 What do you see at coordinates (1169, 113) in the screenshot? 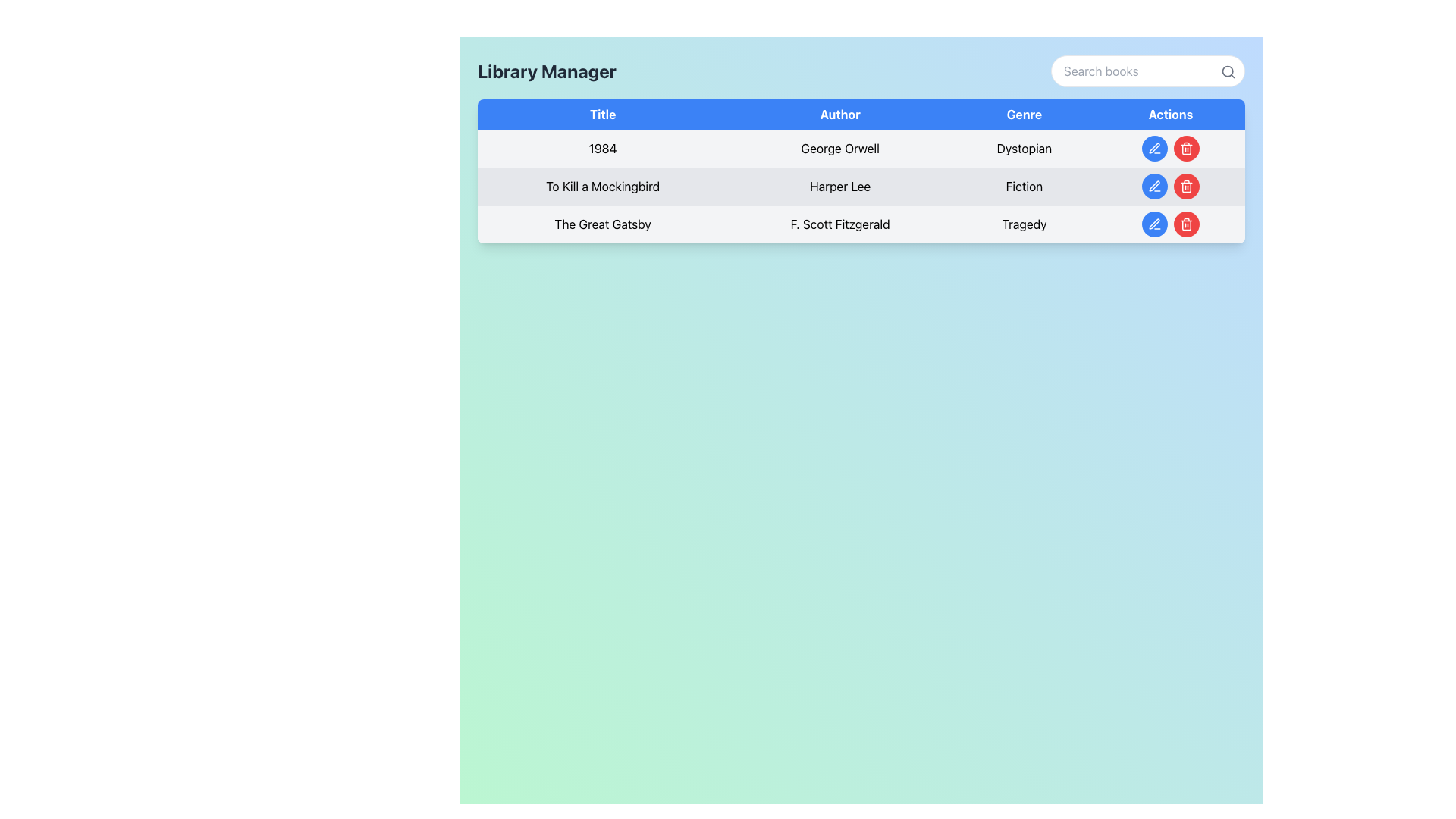
I see `text content of the 'Actions' header cell in the table, which is the fourth header in the row located at the top-right of the table` at bounding box center [1169, 113].